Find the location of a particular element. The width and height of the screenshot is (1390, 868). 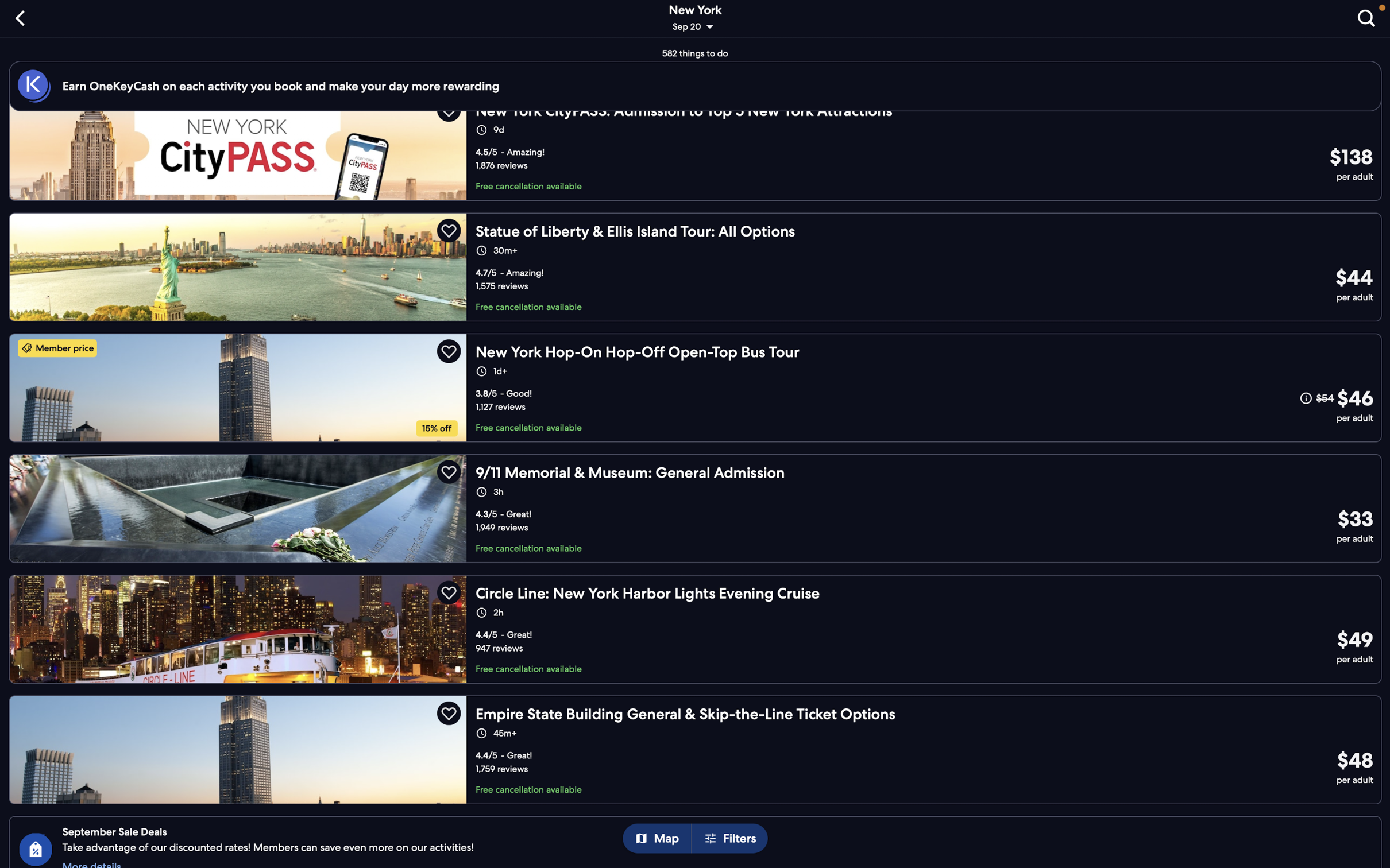

Opt for the "filters" option for refining your search results is located at coordinates (733, 839).